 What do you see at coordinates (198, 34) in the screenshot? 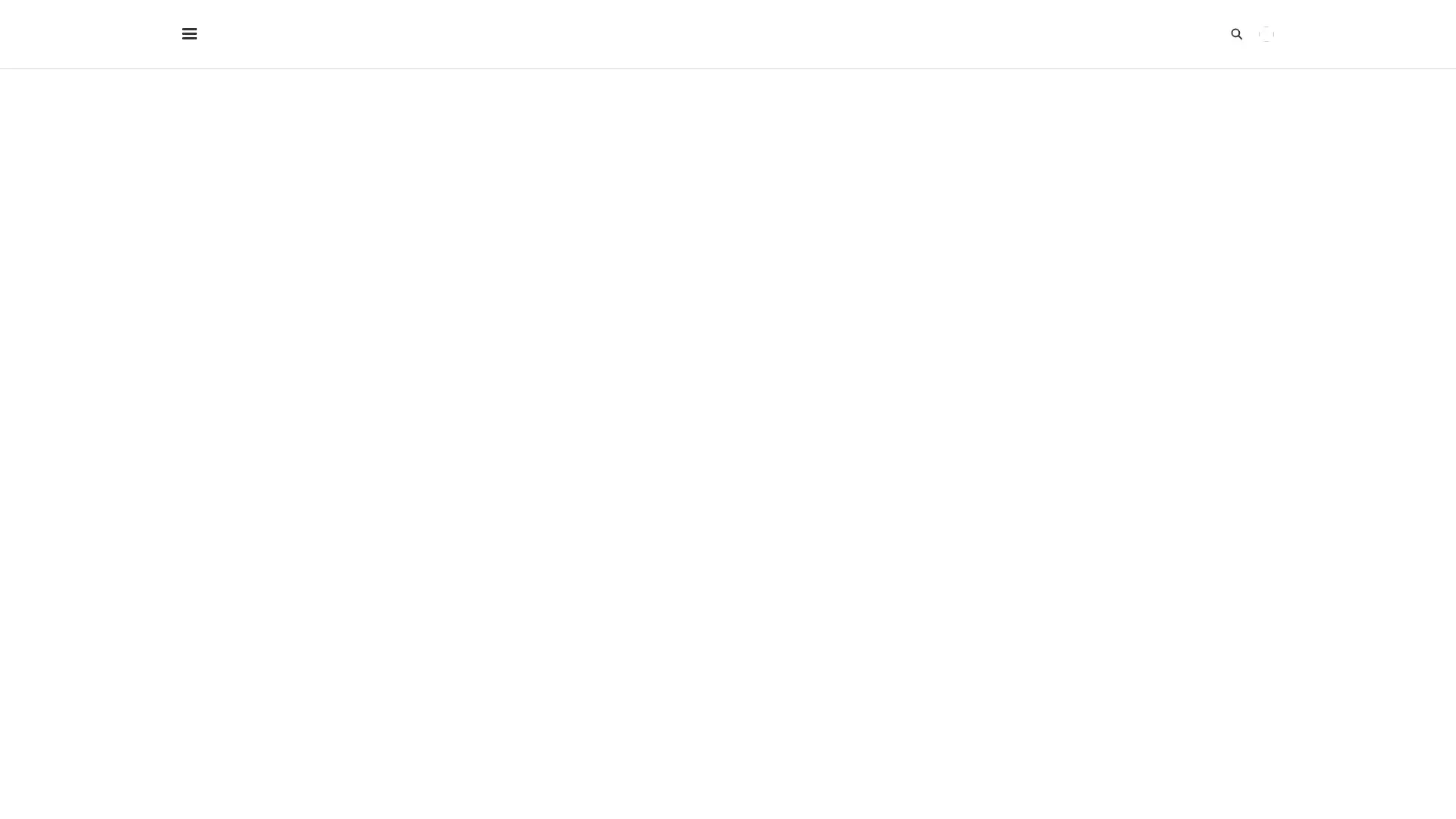
I see `Navigation menu` at bounding box center [198, 34].